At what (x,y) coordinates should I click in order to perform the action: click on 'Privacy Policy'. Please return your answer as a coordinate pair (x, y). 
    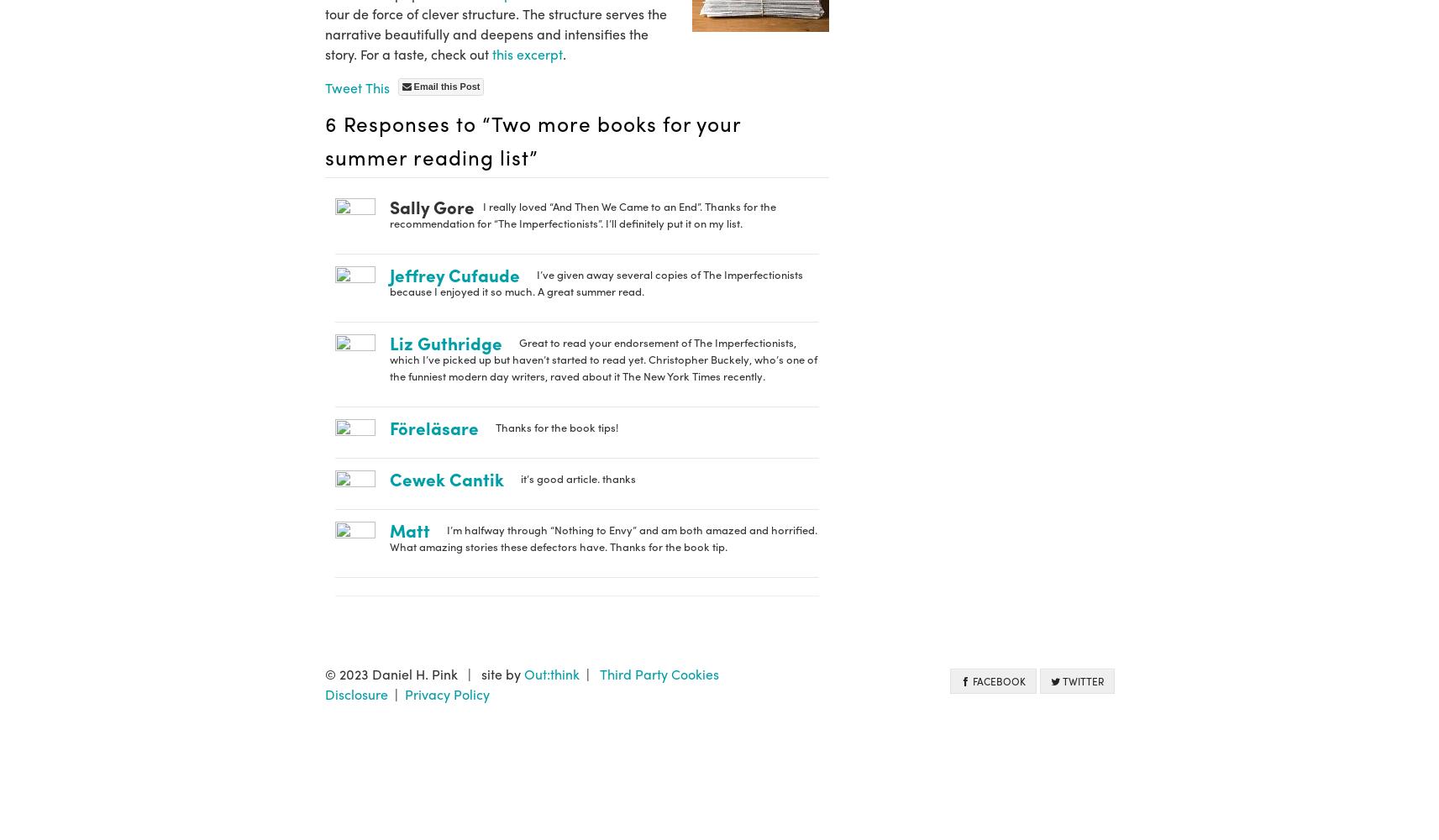
    Looking at the image, I should click on (446, 693).